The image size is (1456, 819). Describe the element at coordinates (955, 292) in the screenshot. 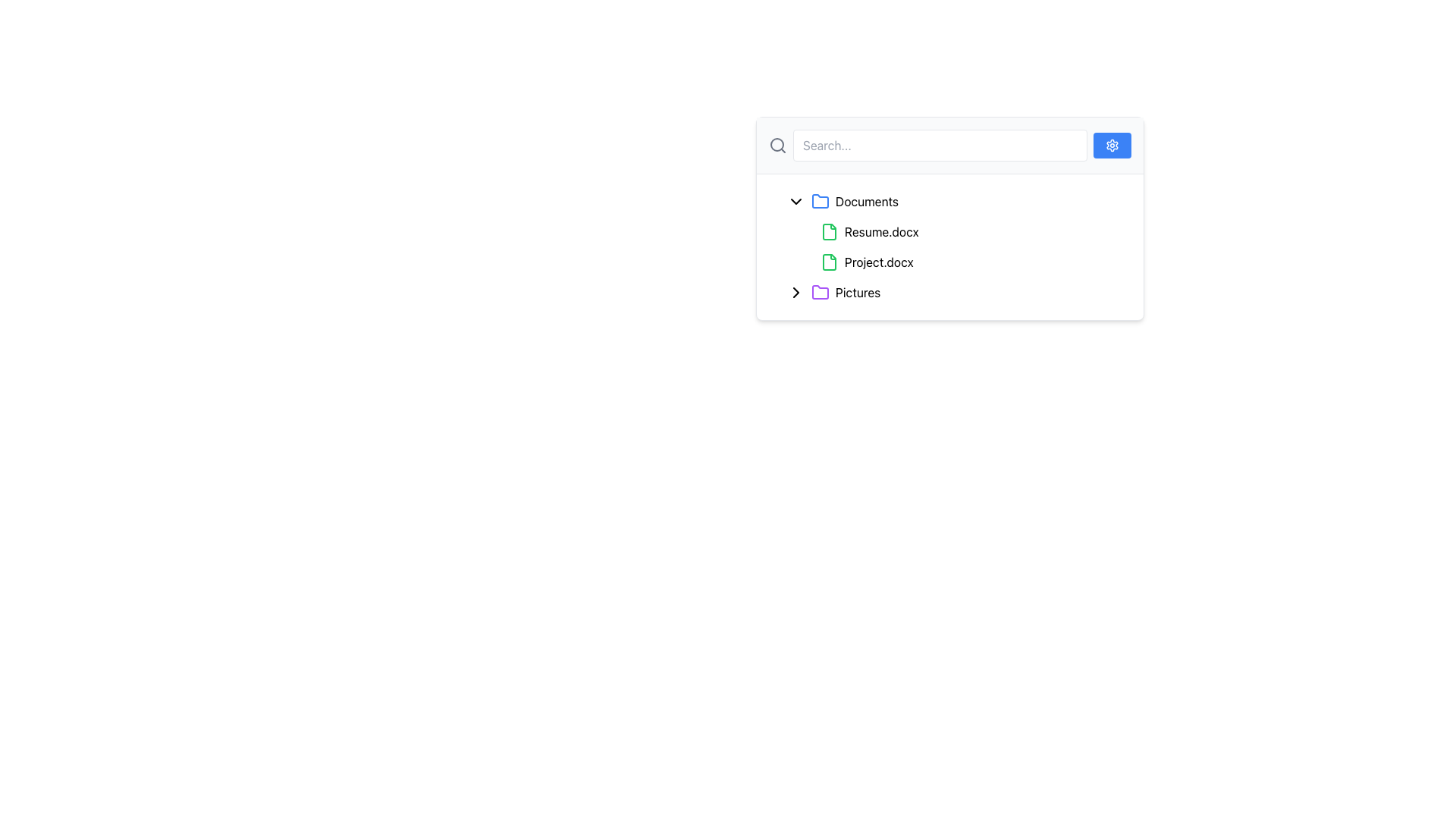

I see `the 'Pictures' folder entry in the file directory list` at that location.